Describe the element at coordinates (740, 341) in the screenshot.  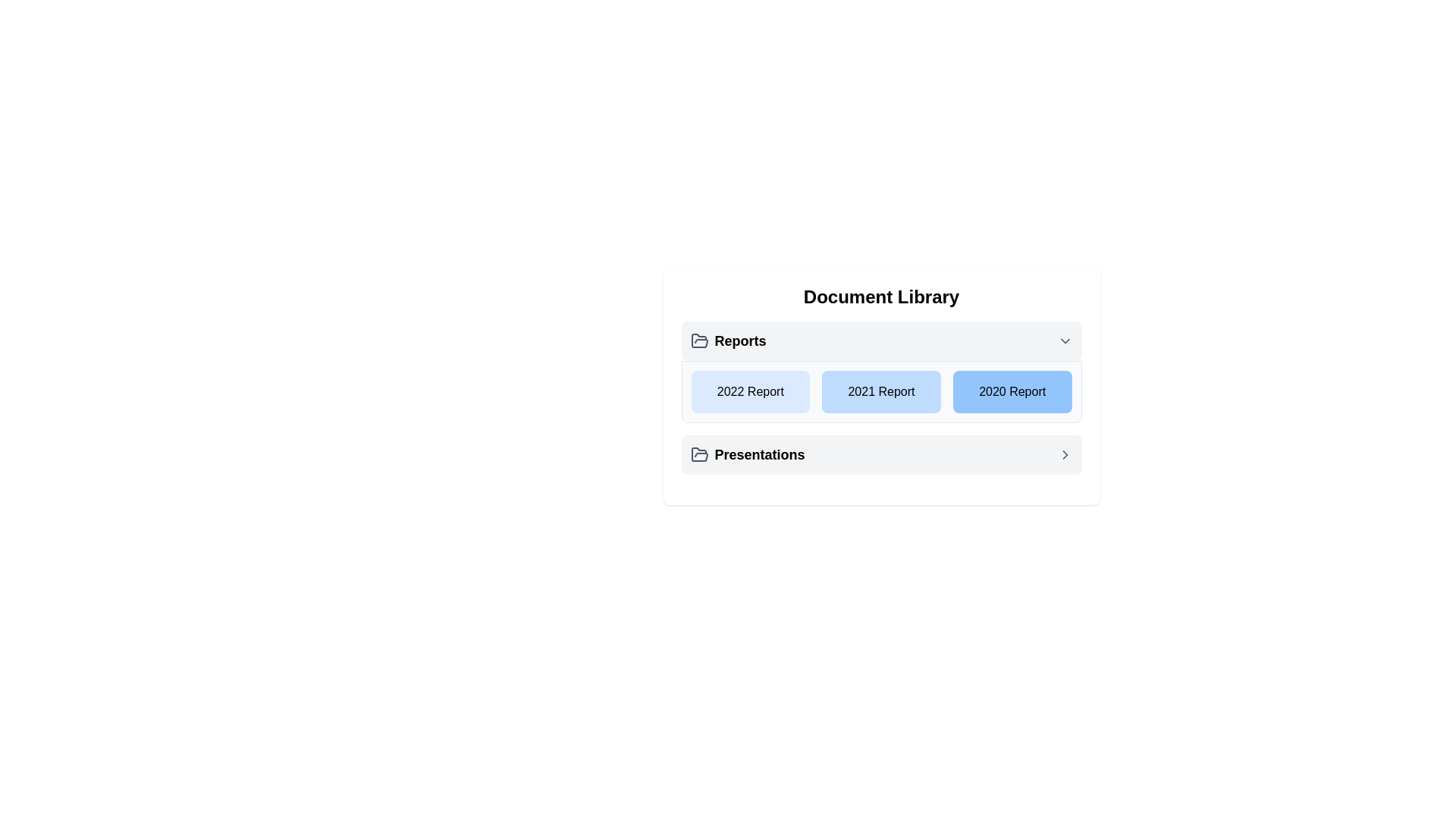
I see `static text label indicating the category of documents, specifically labeled 'Reports', positioned to the right of the folder icon in the Document Library section` at that location.